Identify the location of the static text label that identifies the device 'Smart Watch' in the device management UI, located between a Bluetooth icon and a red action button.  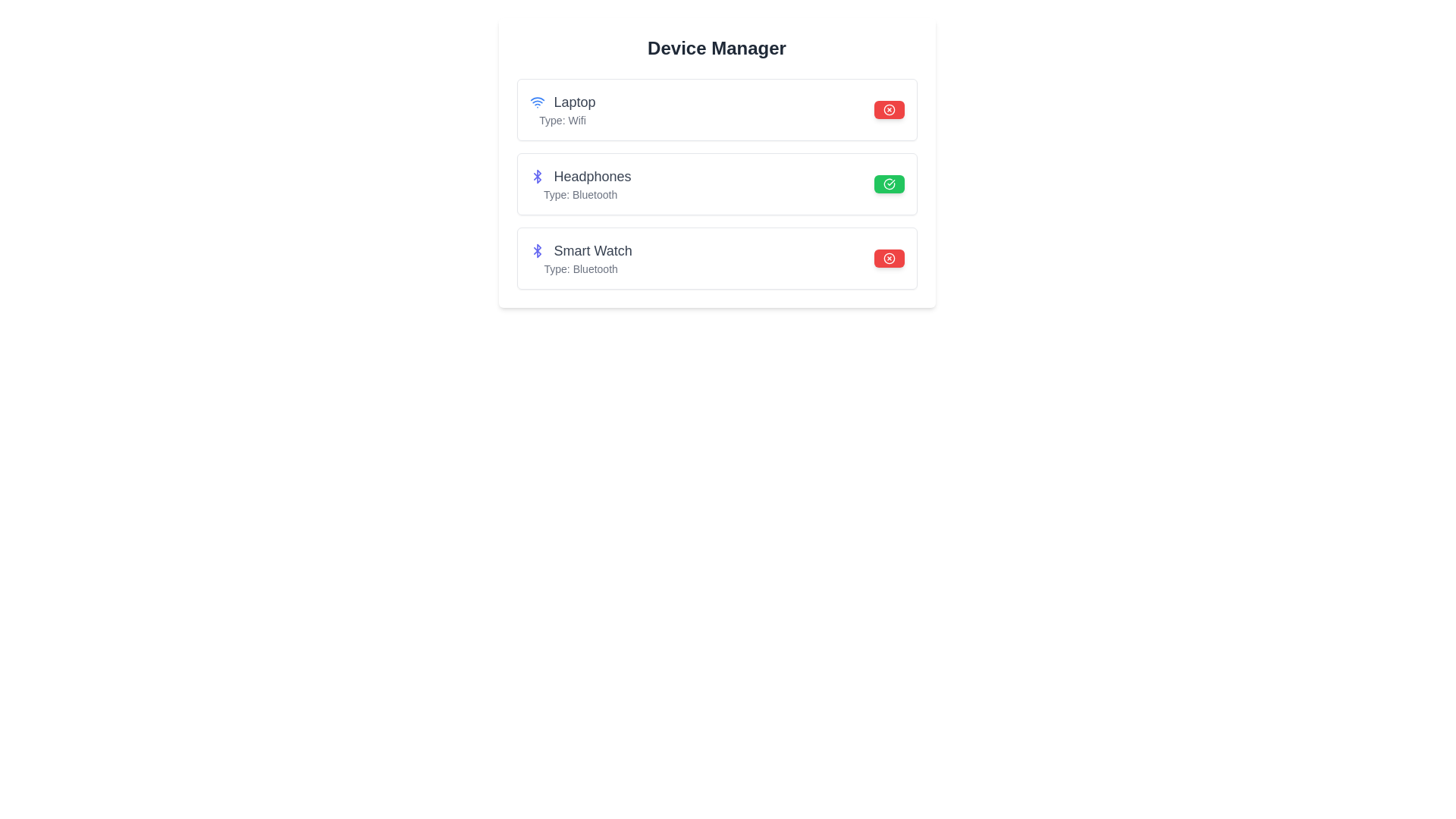
(592, 250).